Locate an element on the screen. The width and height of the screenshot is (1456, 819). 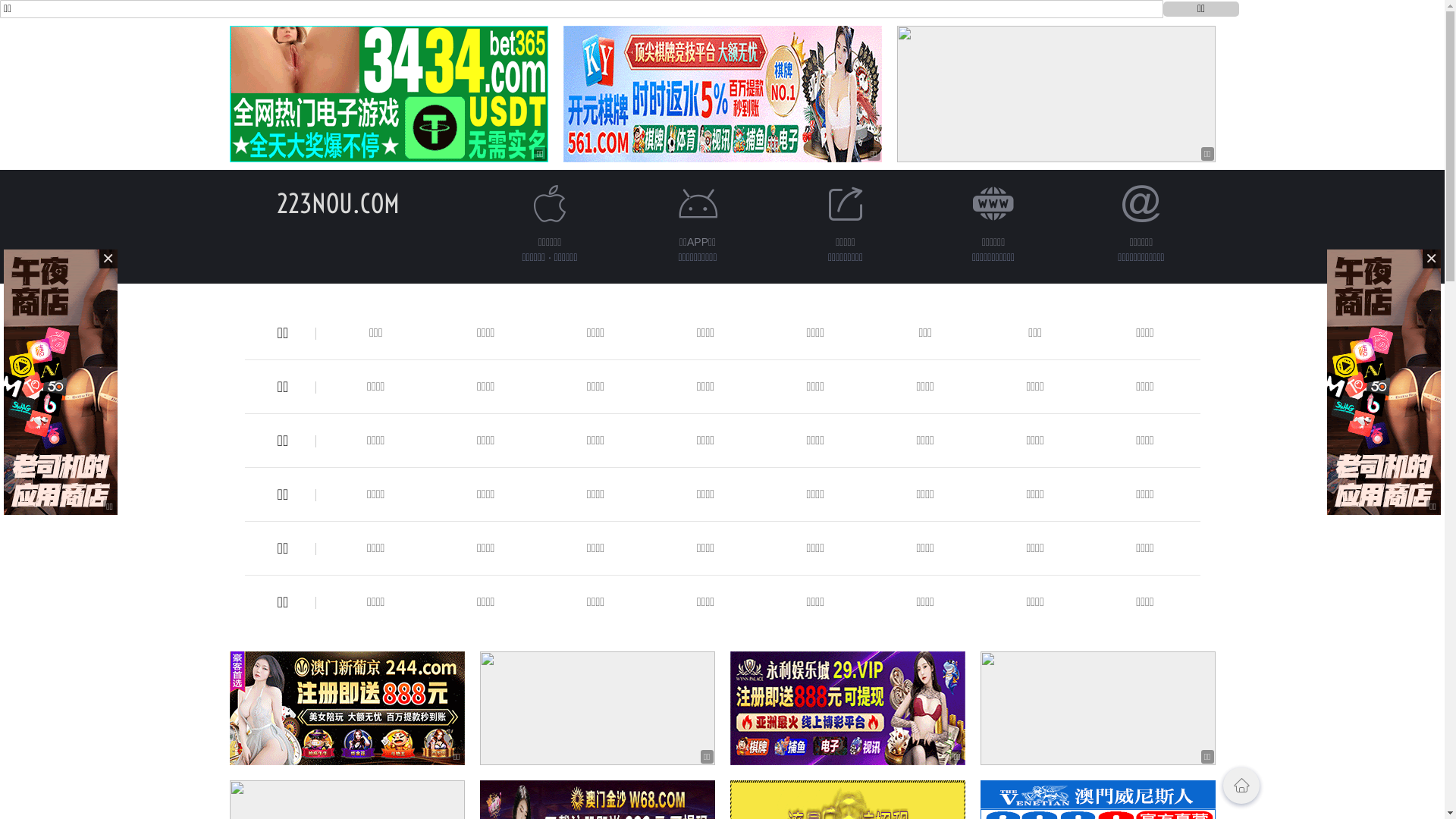
'223NOU.COM' is located at coordinates (337, 202).